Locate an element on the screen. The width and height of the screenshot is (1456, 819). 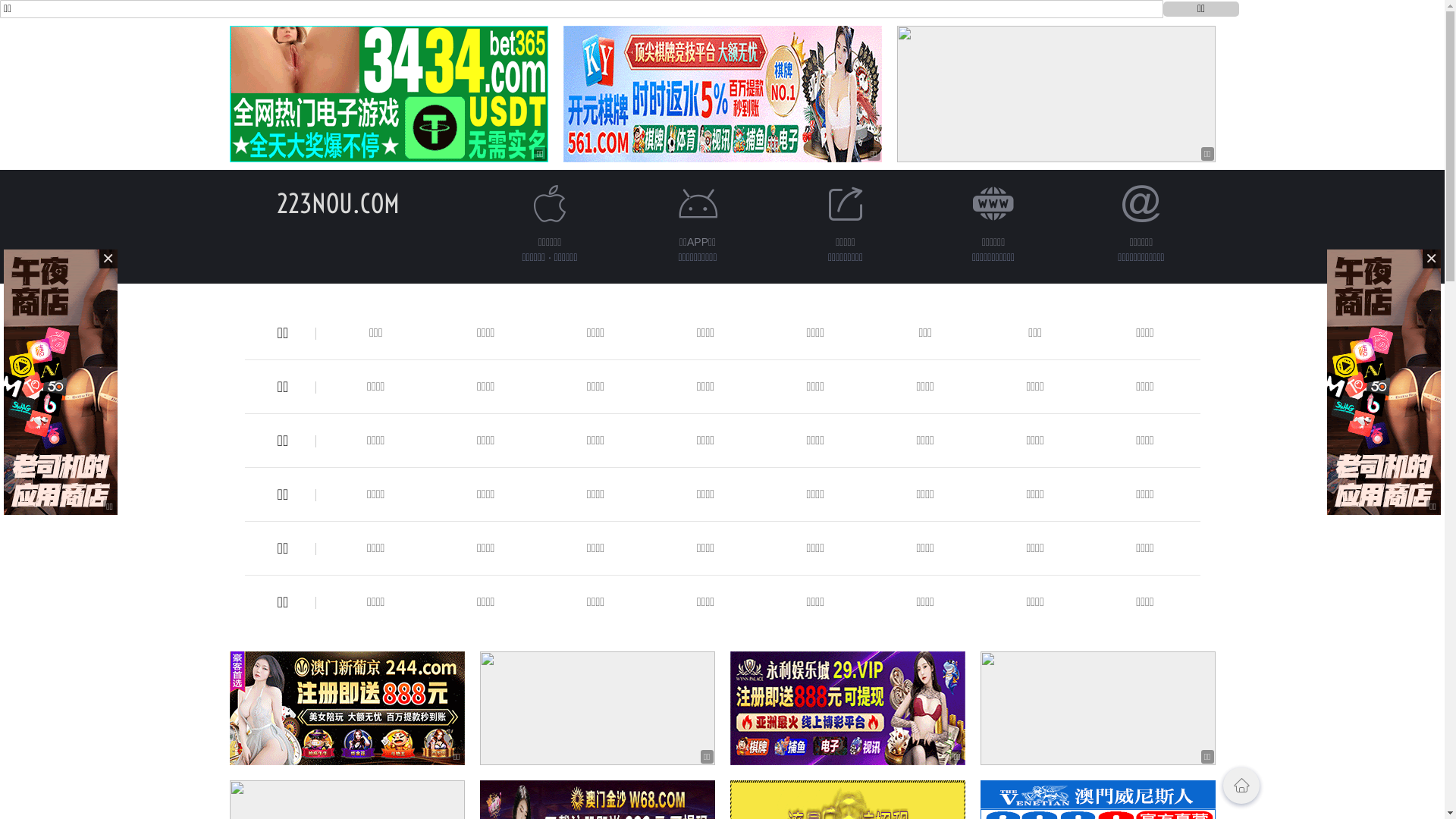
'223NOU.COM' is located at coordinates (337, 202).